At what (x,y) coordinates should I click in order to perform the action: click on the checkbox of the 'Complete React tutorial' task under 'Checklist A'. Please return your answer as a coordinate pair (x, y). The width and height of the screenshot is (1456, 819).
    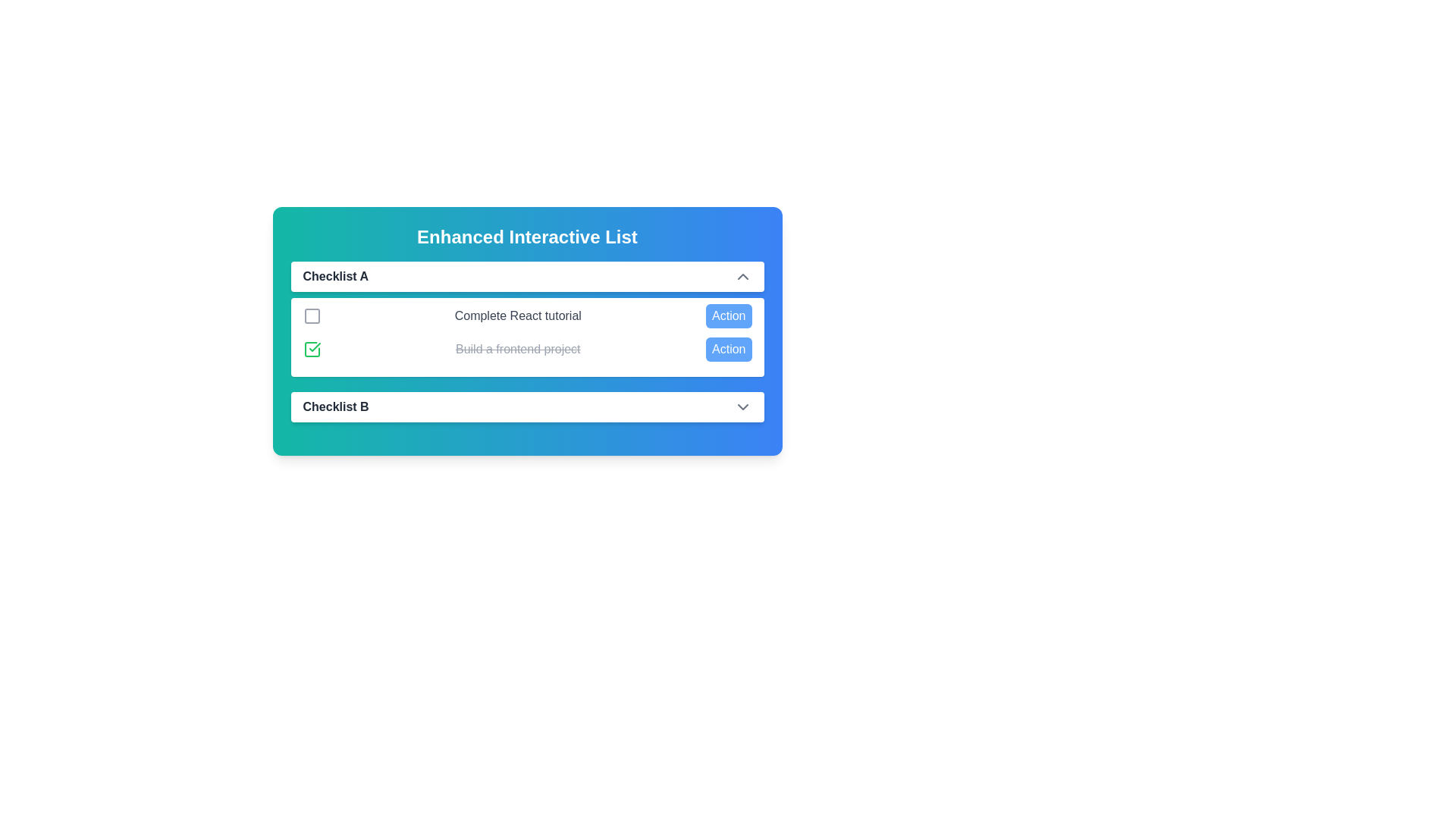
    Looking at the image, I should click on (527, 342).